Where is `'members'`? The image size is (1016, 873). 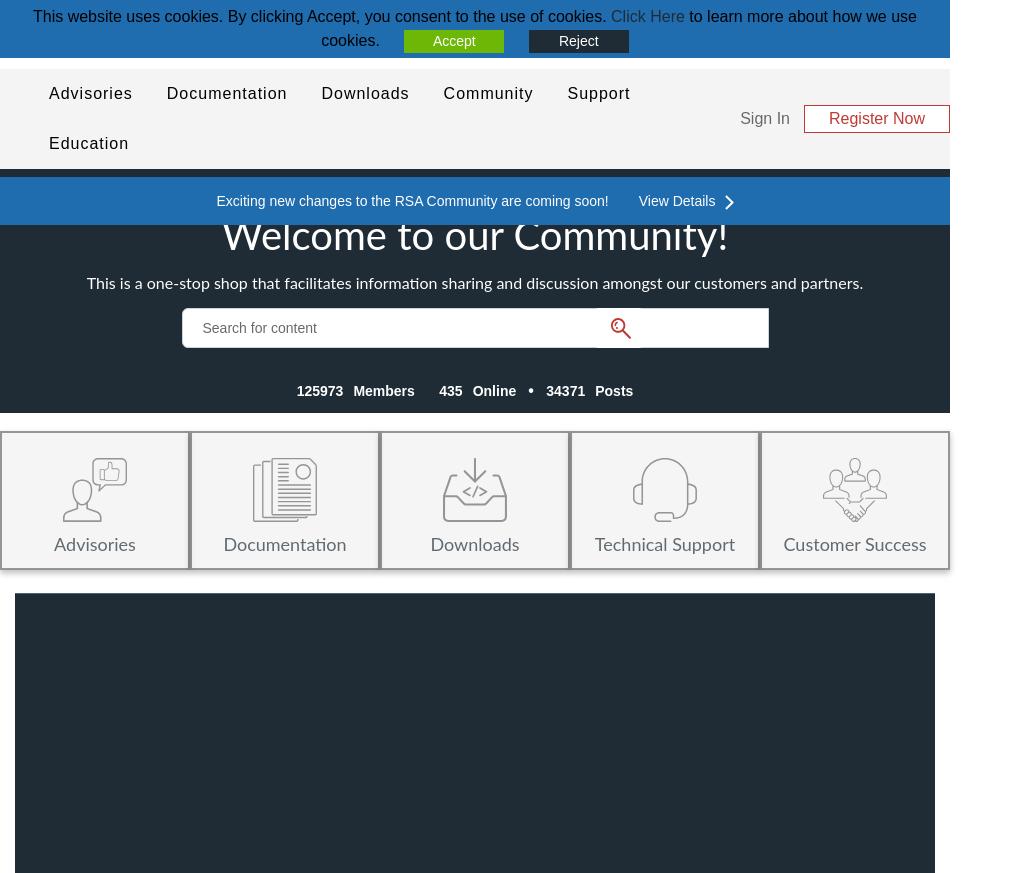 'members' is located at coordinates (382, 390).